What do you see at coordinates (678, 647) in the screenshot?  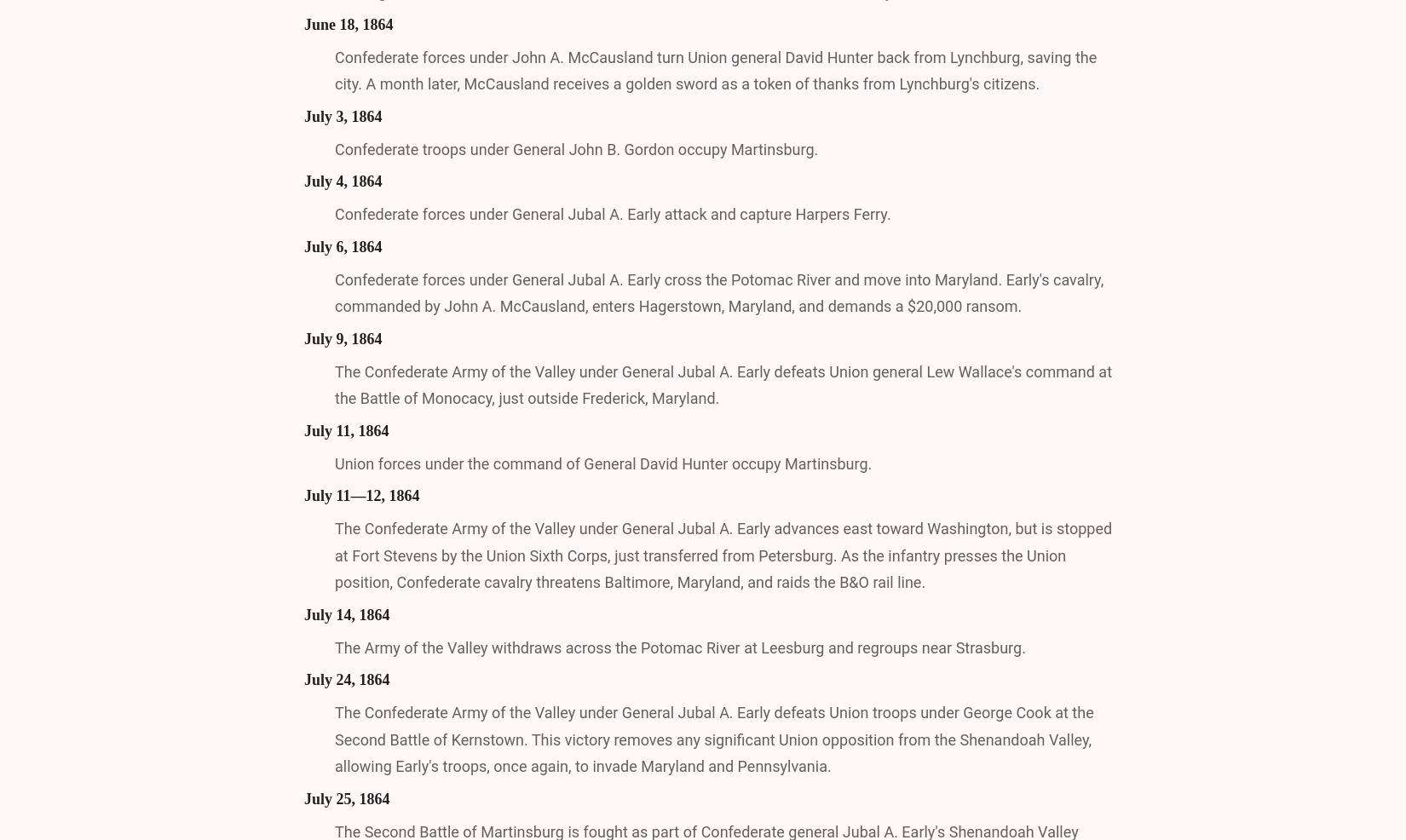 I see `'The Army of the Valley withdraws across the Potomac River at Leesburg and regroups near Strasburg.'` at bounding box center [678, 647].